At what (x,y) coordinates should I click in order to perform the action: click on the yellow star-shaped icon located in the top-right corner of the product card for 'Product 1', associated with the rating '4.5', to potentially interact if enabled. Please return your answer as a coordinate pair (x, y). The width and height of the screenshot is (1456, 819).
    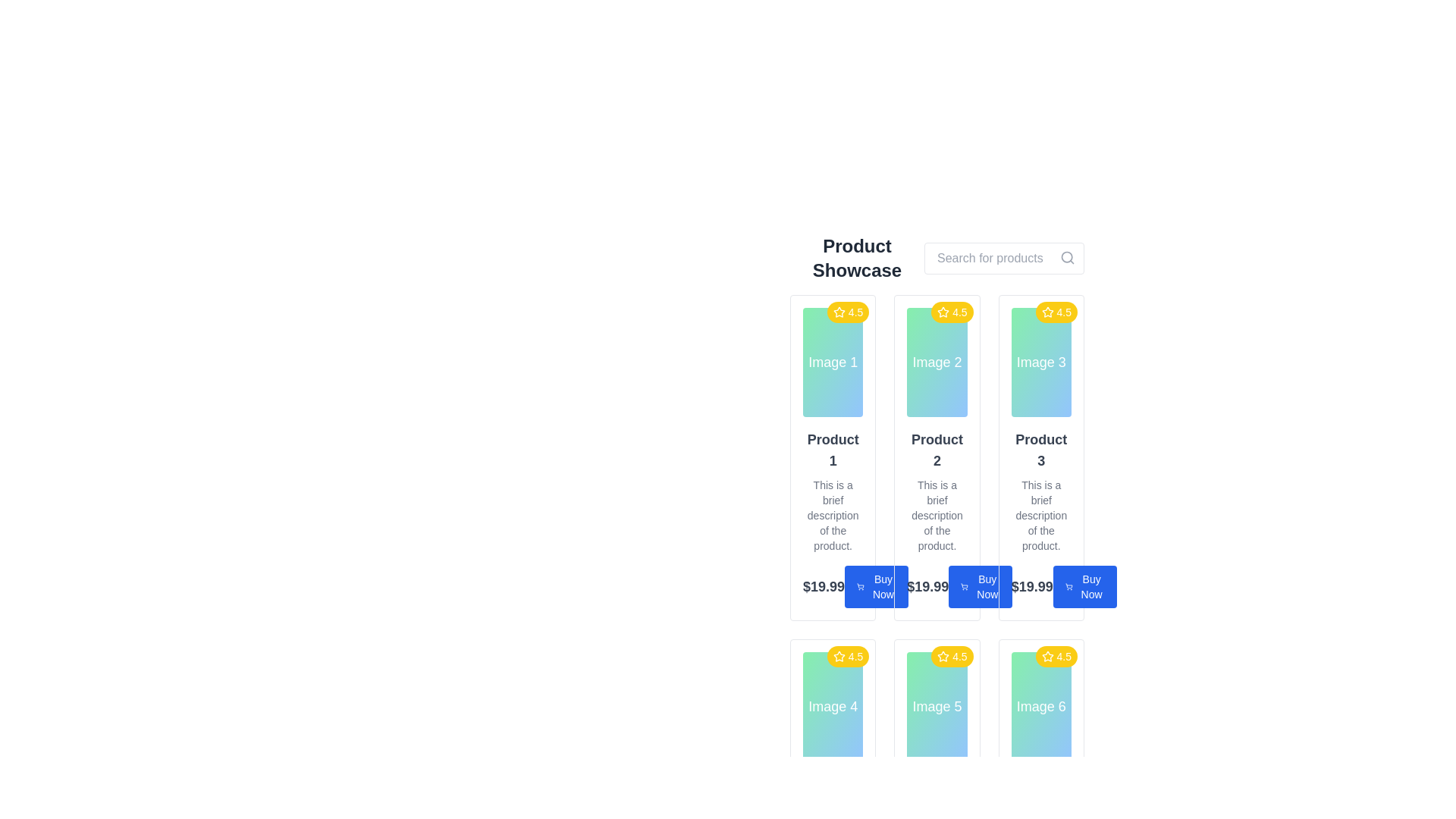
    Looking at the image, I should click on (838, 312).